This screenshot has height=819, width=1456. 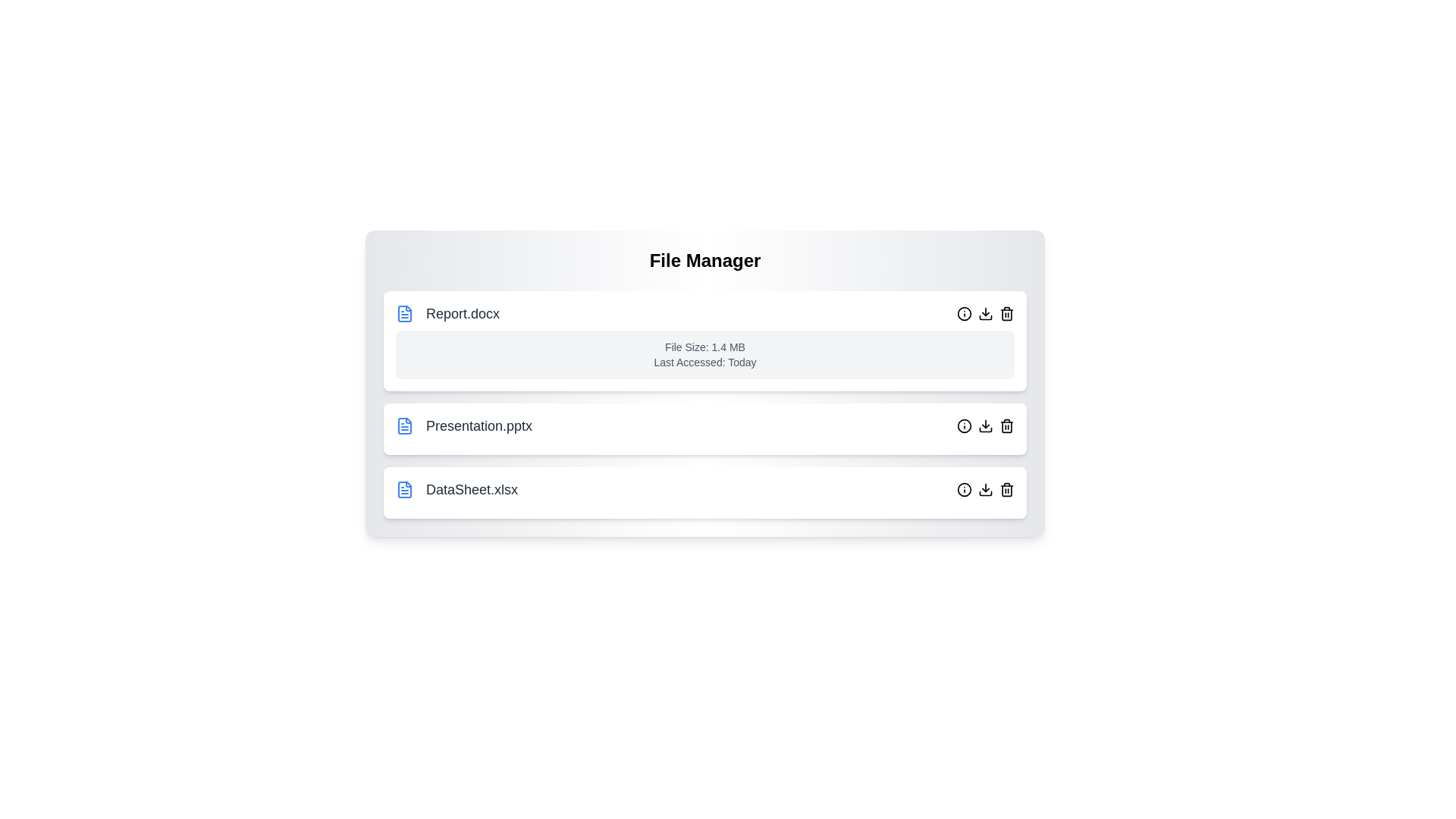 What do you see at coordinates (986, 489) in the screenshot?
I see `the download button for the file DataSheet.xlsx` at bounding box center [986, 489].